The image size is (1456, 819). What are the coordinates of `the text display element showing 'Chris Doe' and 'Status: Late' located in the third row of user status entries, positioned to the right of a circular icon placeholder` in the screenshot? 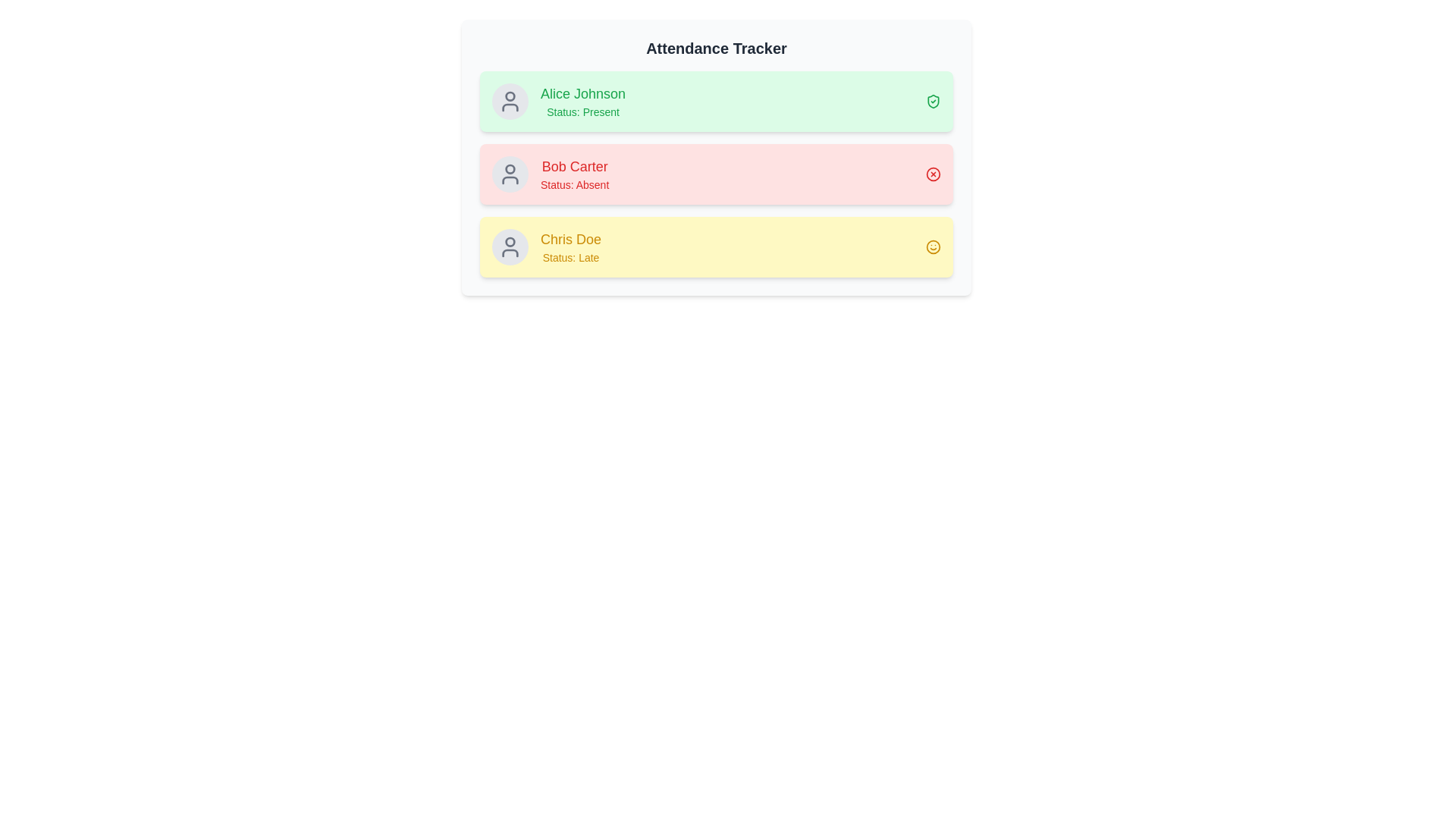 It's located at (570, 246).